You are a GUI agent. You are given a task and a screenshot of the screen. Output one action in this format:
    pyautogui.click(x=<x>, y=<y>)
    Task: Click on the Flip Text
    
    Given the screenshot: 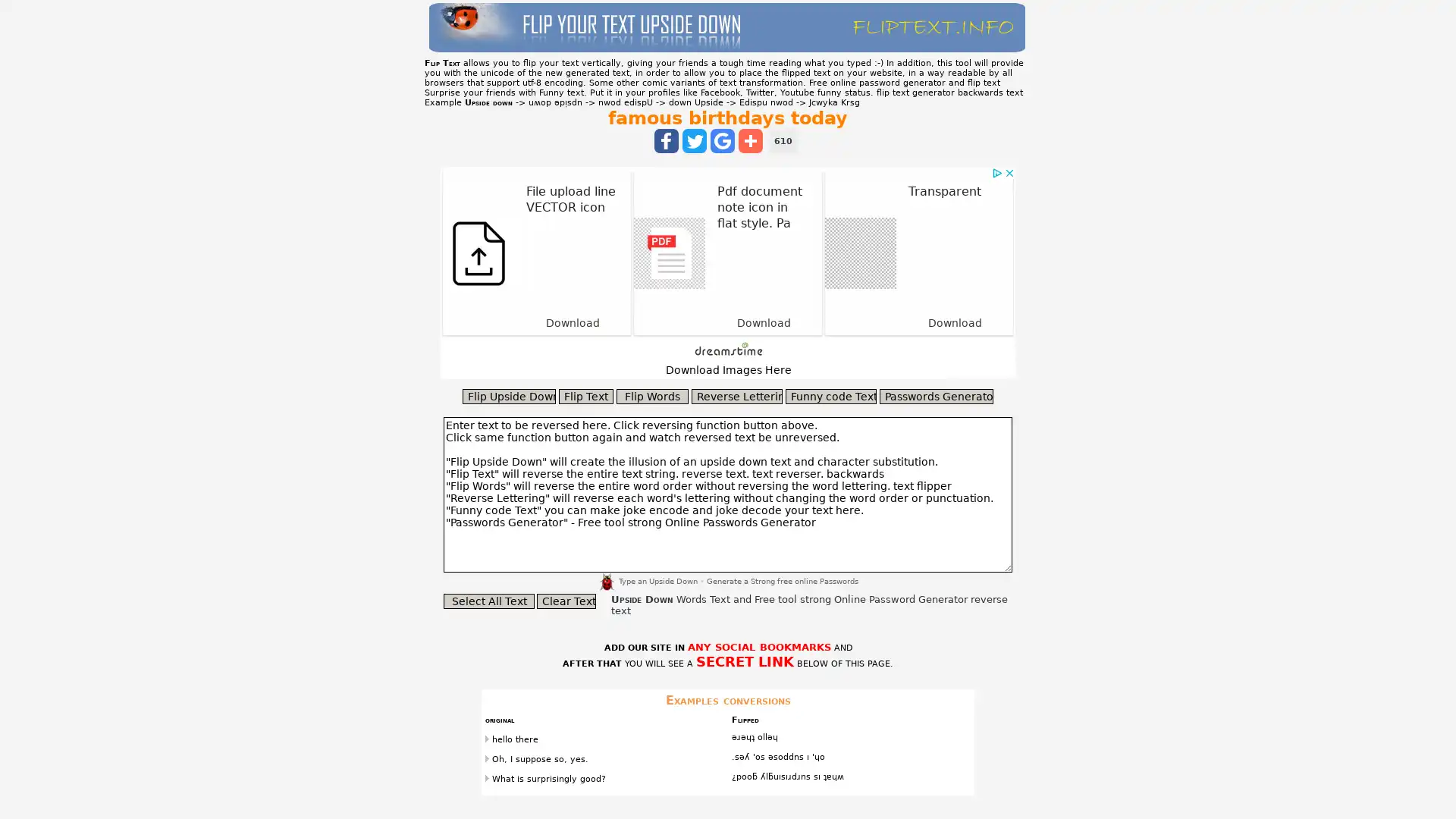 What is the action you would take?
    pyautogui.click(x=585, y=396)
    